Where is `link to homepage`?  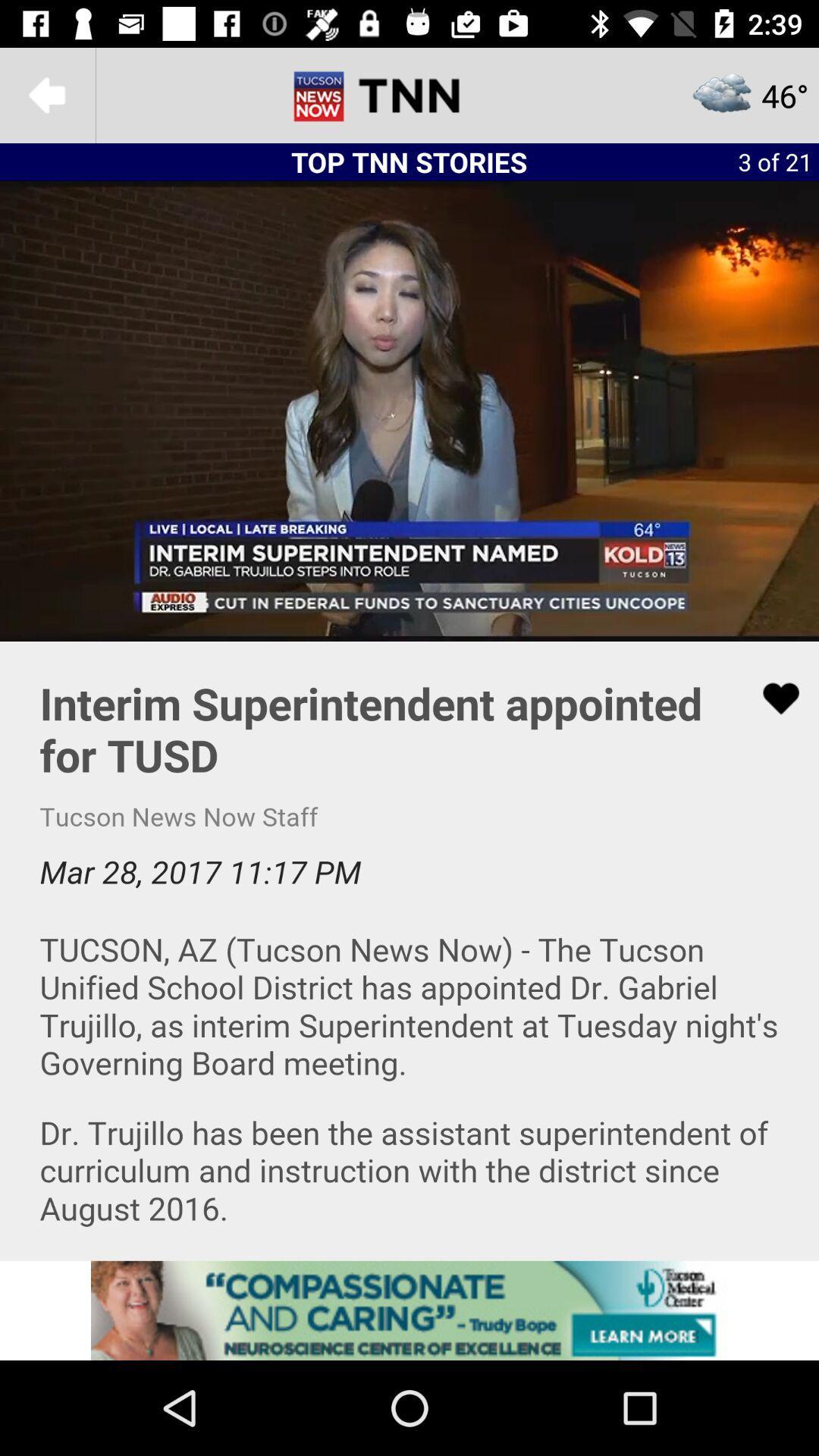 link to homepage is located at coordinates (409, 94).